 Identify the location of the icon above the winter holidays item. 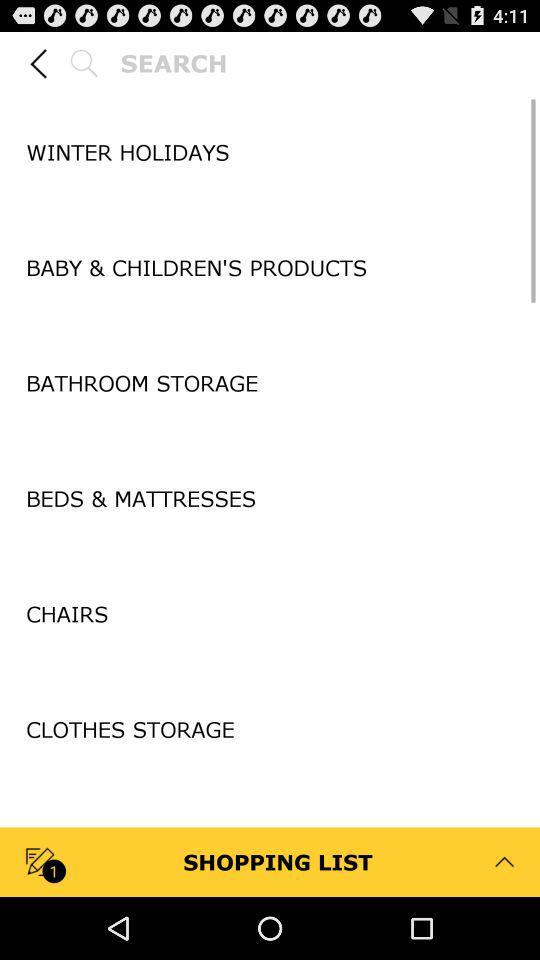
(270, 95).